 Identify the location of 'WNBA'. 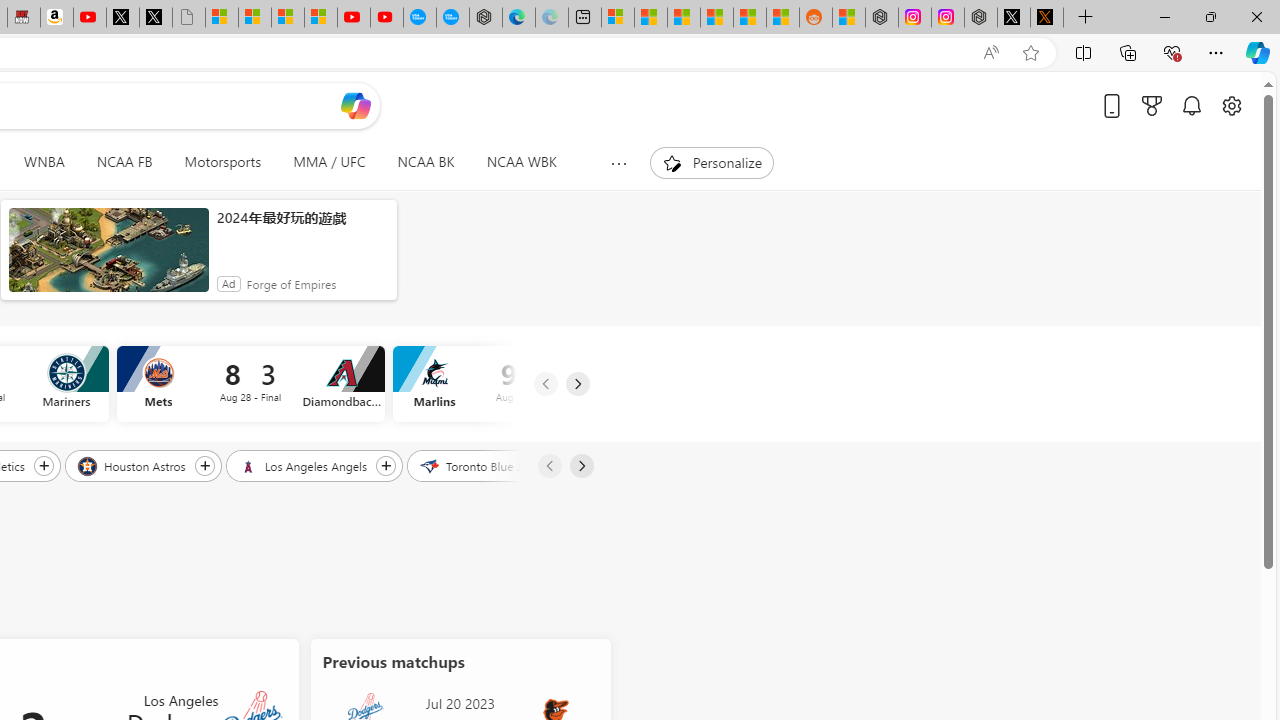
(44, 162).